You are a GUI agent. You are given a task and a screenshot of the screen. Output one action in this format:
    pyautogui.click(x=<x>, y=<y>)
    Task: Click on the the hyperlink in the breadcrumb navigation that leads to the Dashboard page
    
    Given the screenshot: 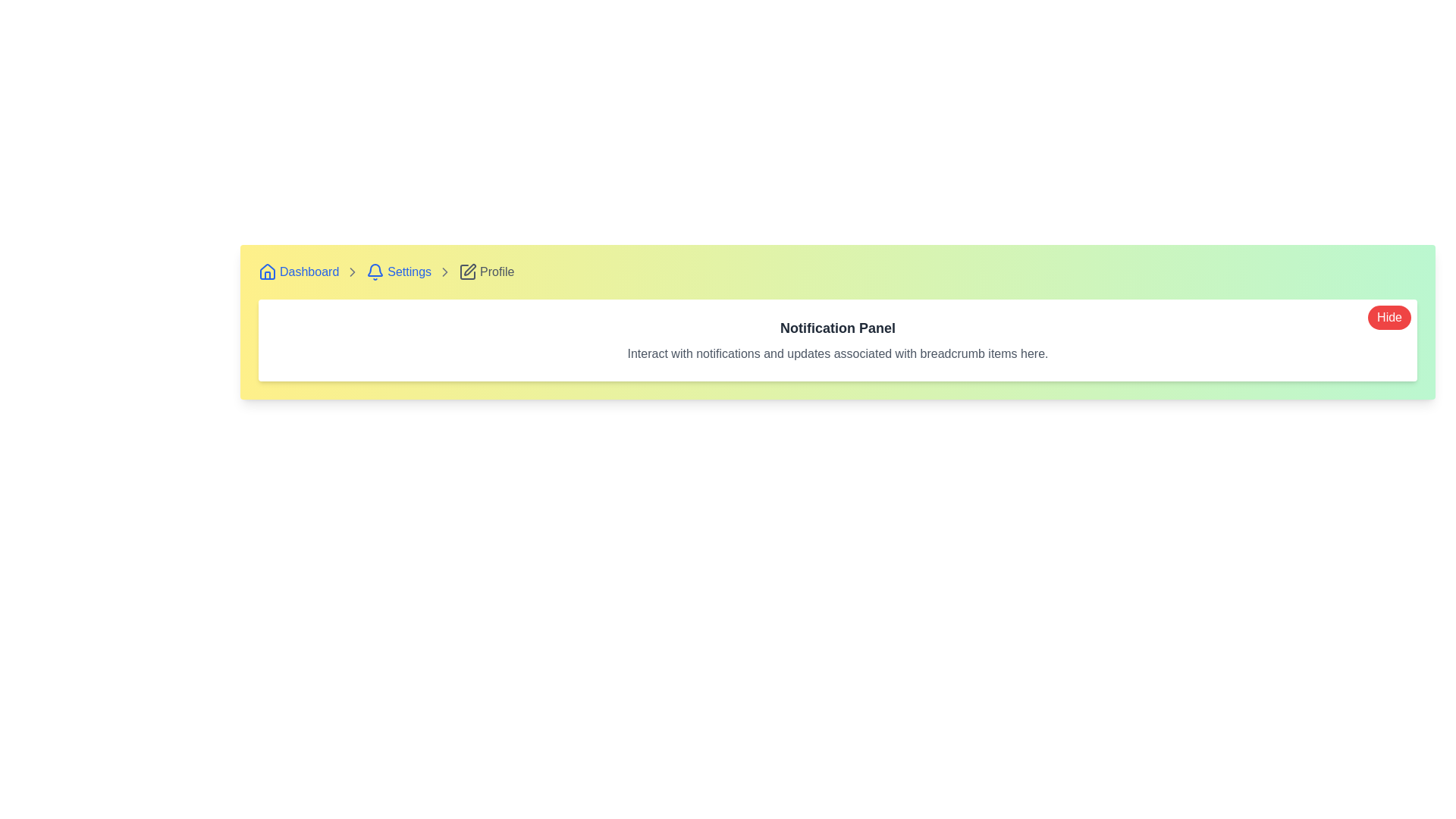 What is the action you would take?
    pyautogui.click(x=299, y=271)
    